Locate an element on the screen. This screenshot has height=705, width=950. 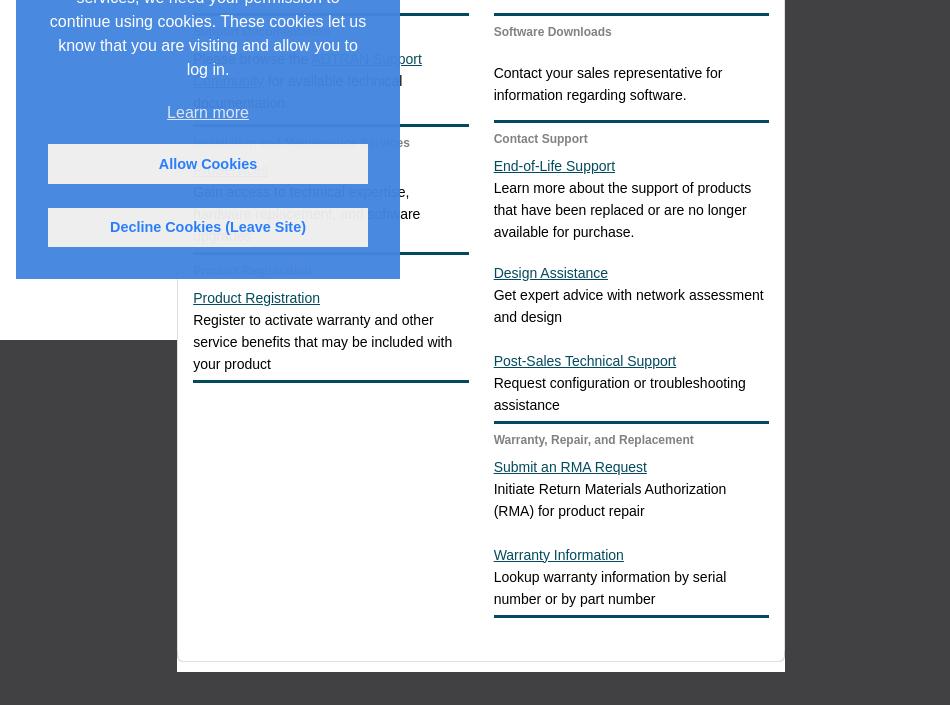
'Decline Cookies (Leave Site)' is located at coordinates (207, 227).